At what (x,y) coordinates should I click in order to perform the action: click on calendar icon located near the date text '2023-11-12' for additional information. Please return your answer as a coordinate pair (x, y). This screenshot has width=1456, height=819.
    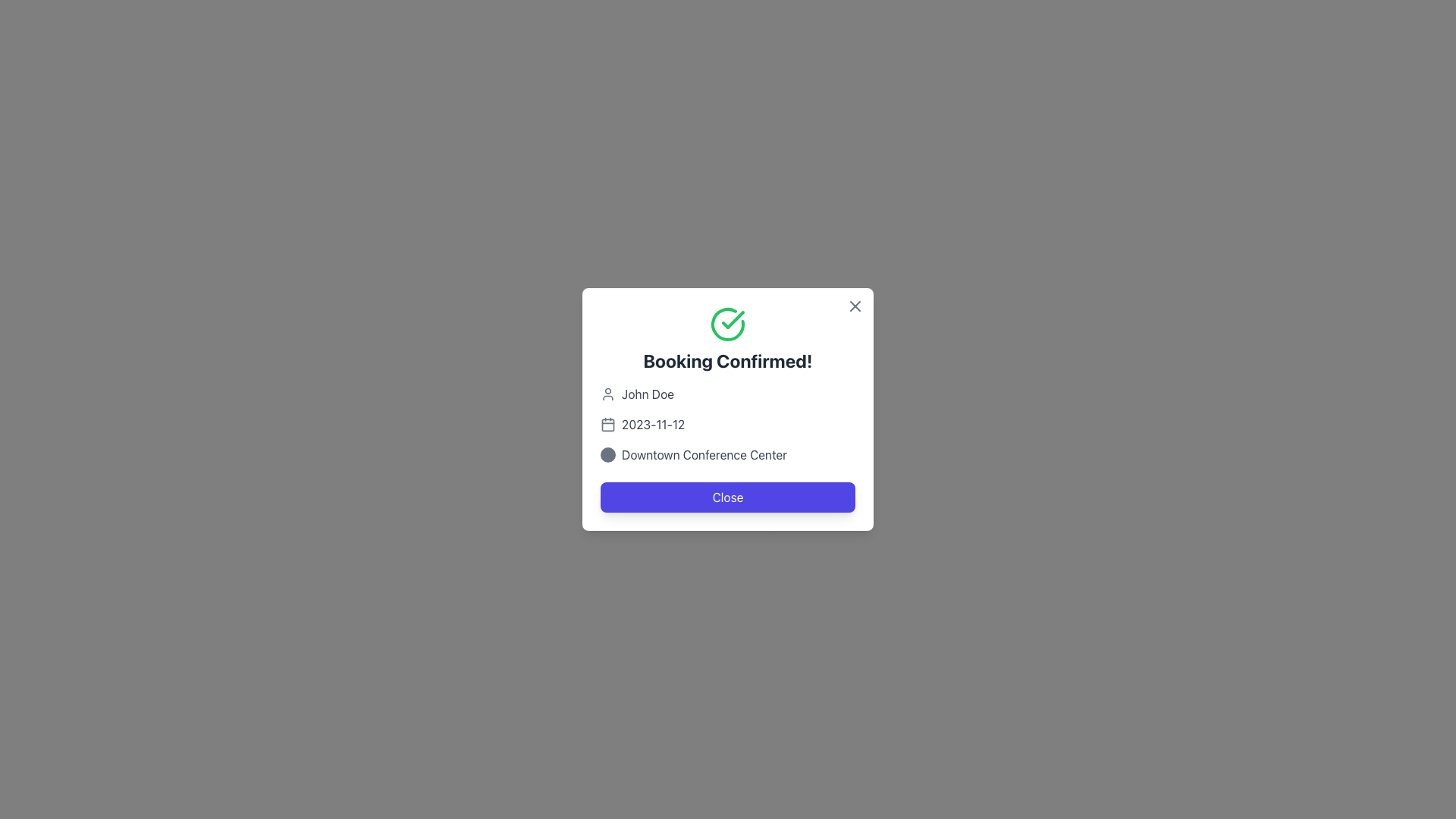
    Looking at the image, I should click on (607, 424).